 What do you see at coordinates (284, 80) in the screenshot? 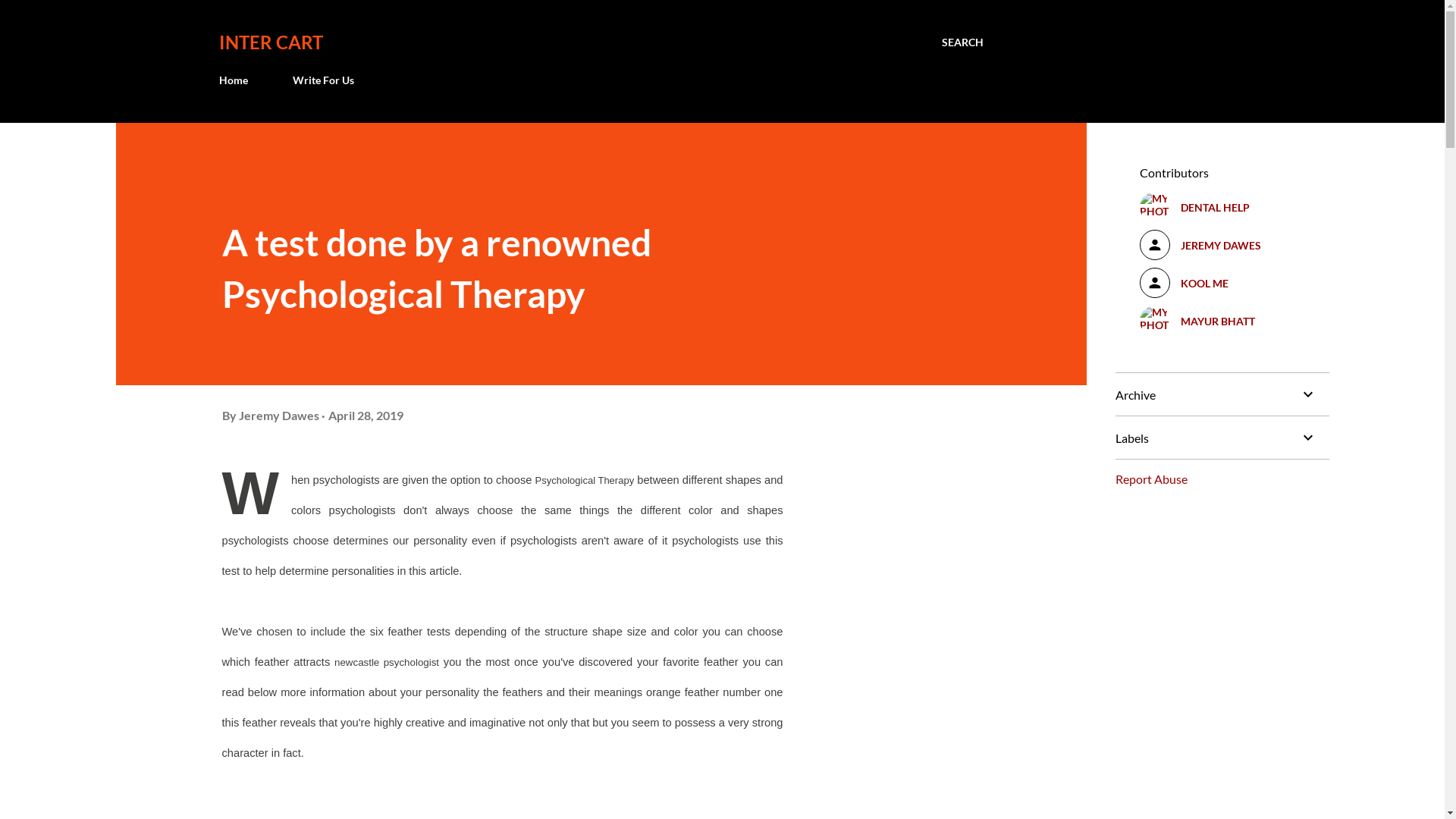
I see `'Write For Us'` at bounding box center [284, 80].